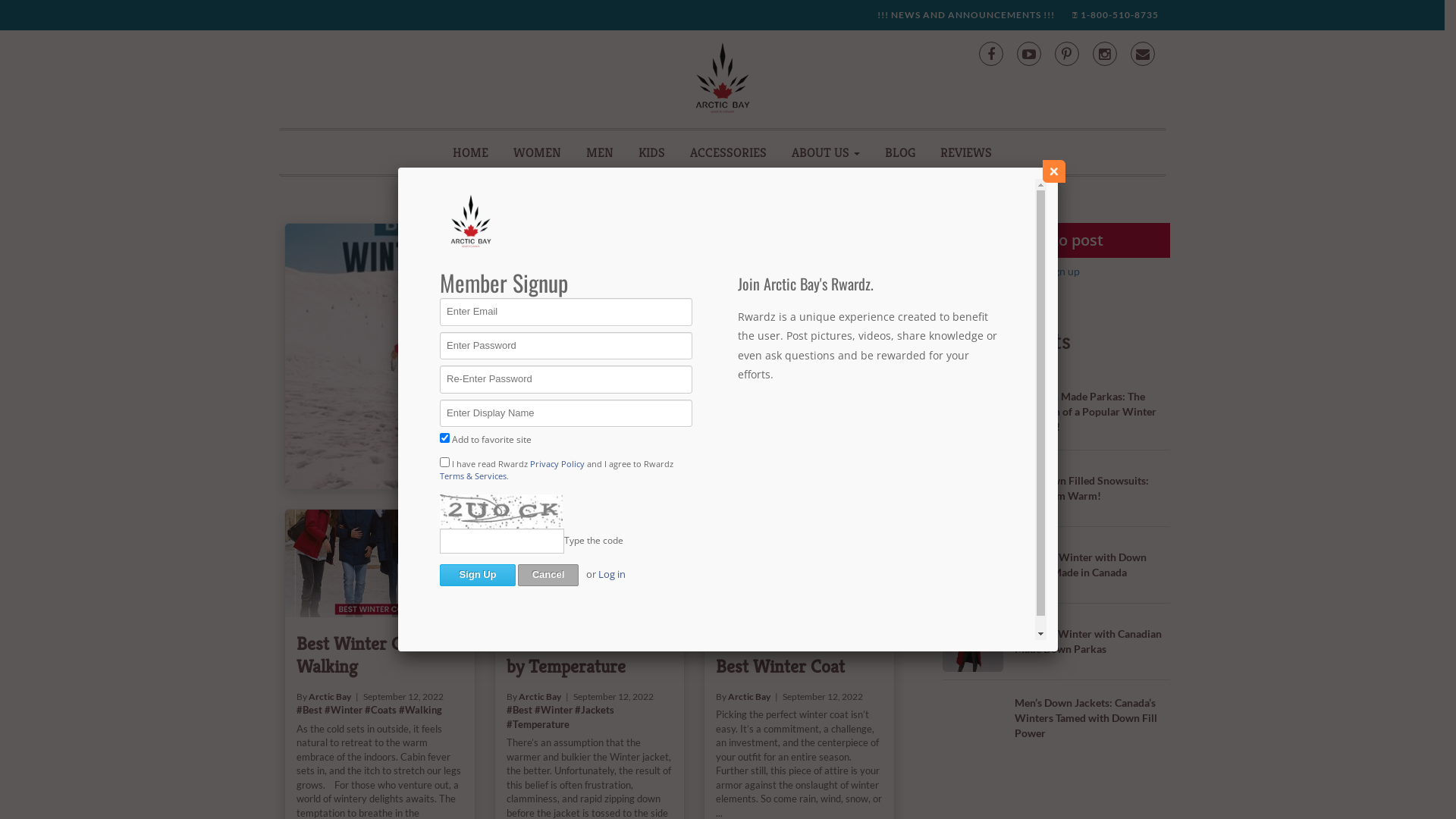 This screenshot has height=819, width=1456. What do you see at coordinates (1103, 52) in the screenshot?
I see `'Arctic Bay on Instagram'` at bounding box center [1103, 52].